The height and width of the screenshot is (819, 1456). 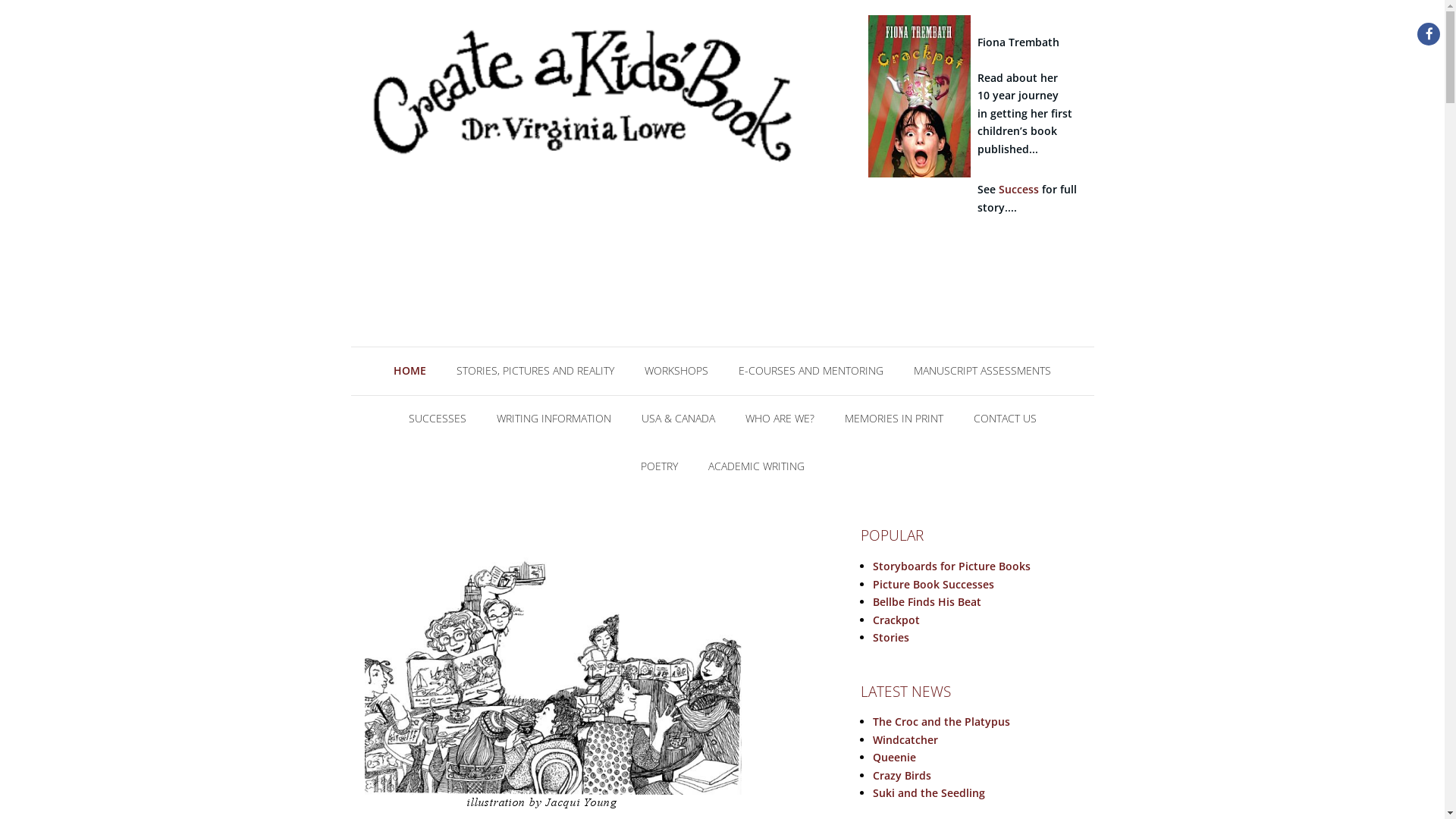 I want to click on 'HOME', so click(x=409, y=369).